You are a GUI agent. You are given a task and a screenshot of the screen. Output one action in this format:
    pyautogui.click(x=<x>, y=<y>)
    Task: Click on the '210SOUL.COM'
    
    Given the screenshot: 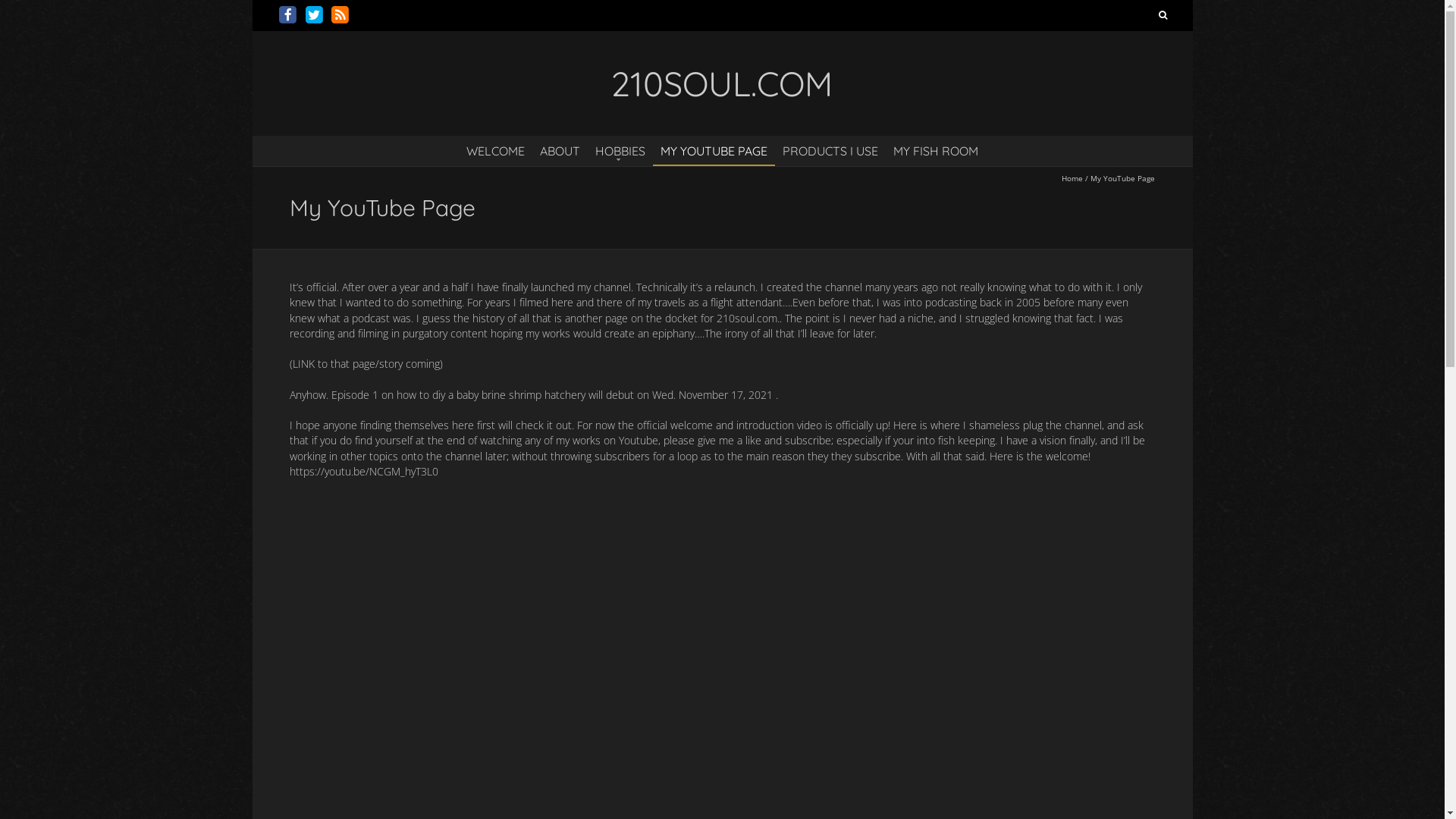 What is the action you would take?
    pyautogui.click(x=290, y=83)
    